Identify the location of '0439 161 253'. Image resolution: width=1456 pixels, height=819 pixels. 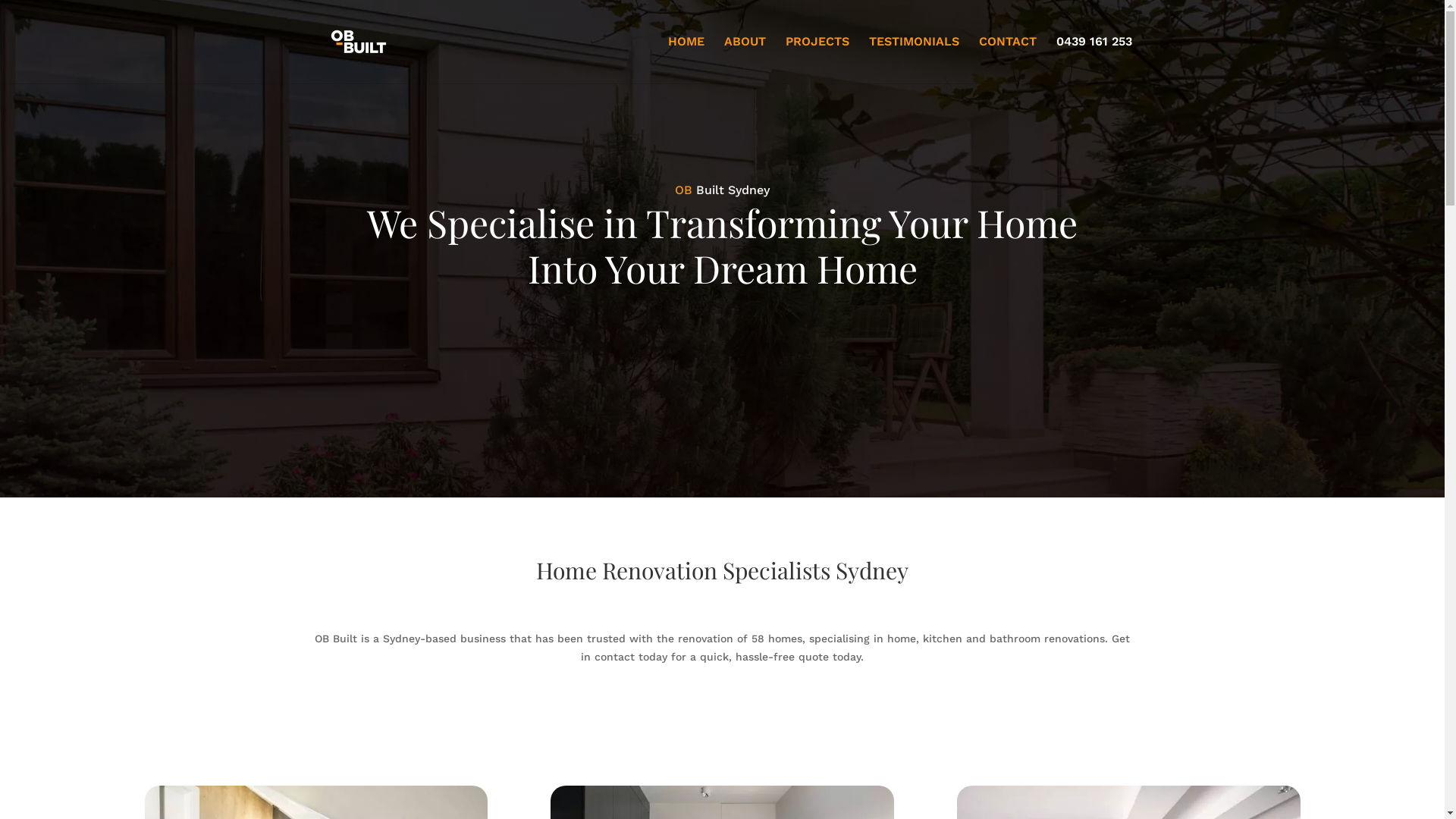
(1093, 58).